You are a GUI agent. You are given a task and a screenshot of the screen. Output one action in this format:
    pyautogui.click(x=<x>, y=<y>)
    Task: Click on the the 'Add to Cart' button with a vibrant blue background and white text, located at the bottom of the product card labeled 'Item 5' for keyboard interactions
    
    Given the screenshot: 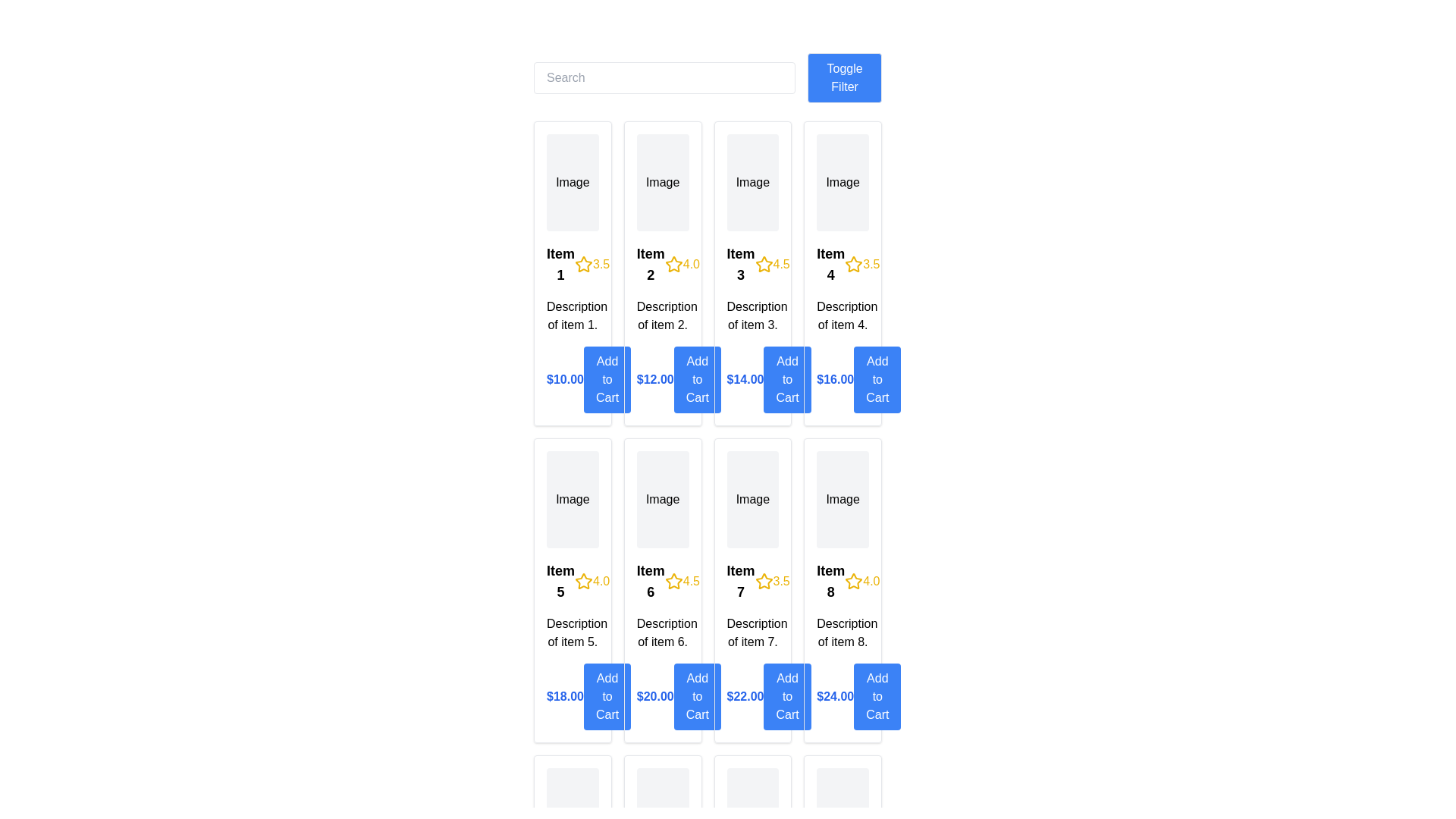 What is the action you would take?
    pyautogui.click(x=607, y=696)
    